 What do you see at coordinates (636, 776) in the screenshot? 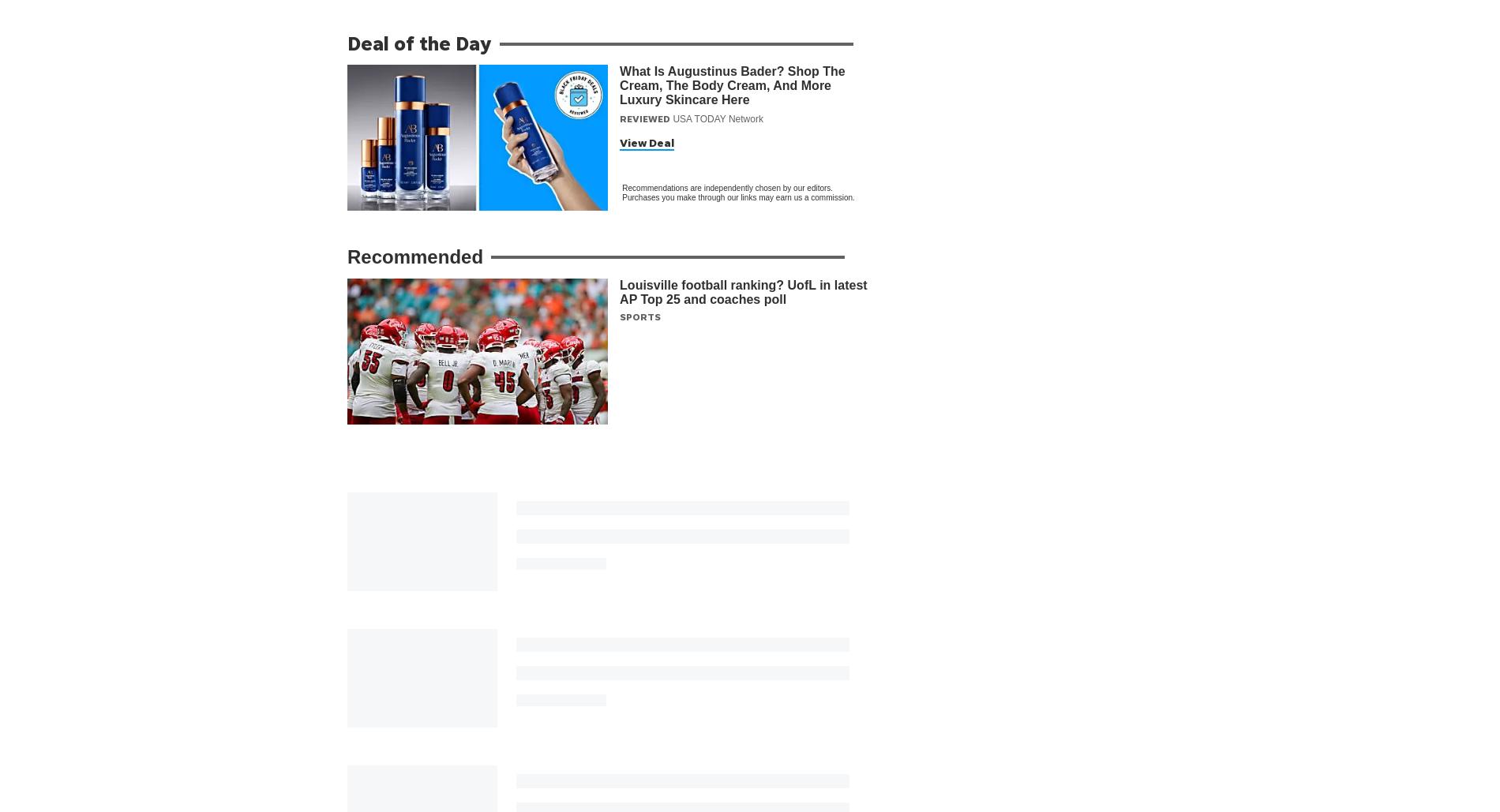
I see `'Advertise Your Business'` at bounding box center [636, 776].